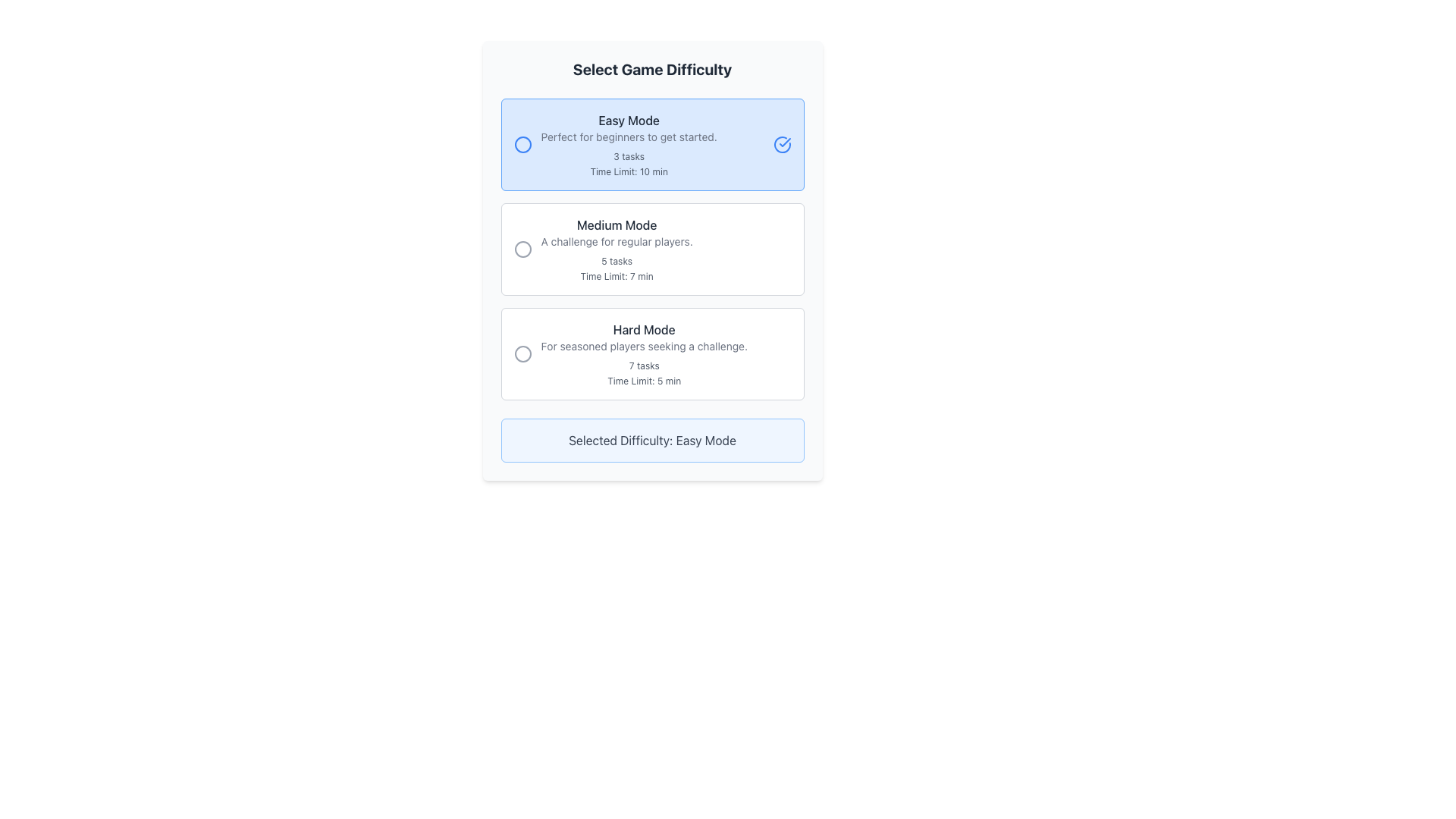 This screenshot has height=819, width=1456. I want to click on the 'Easy Mode' selectable card, which features a bold title, a description for beginners, and is the first card in the list above 'Medium Mode' and 'Hard Mode', so click(652, 145).